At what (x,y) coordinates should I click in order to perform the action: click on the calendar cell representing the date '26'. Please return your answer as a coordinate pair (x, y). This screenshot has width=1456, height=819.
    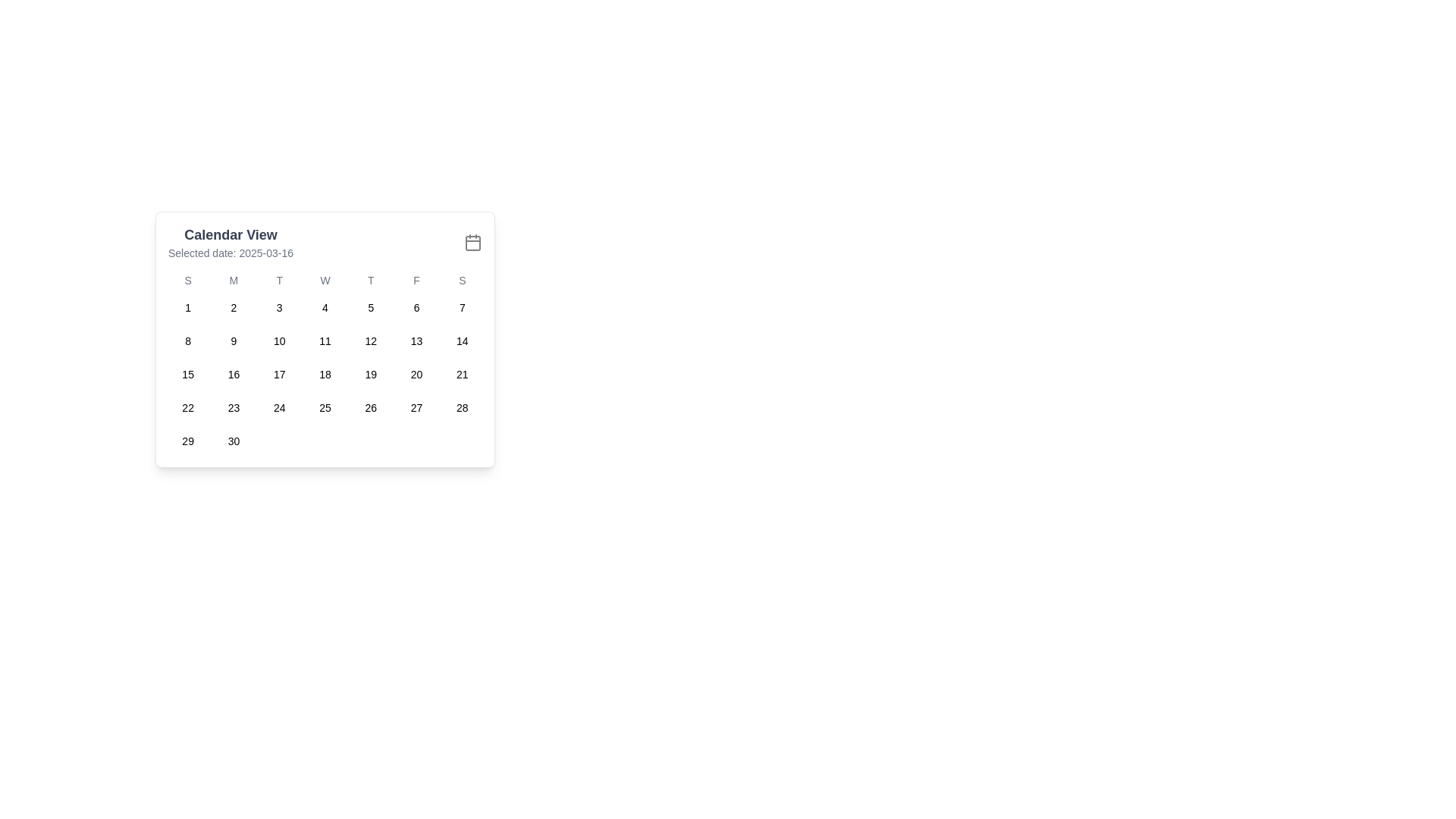
    Looking at the image, I should click on (371, 406).